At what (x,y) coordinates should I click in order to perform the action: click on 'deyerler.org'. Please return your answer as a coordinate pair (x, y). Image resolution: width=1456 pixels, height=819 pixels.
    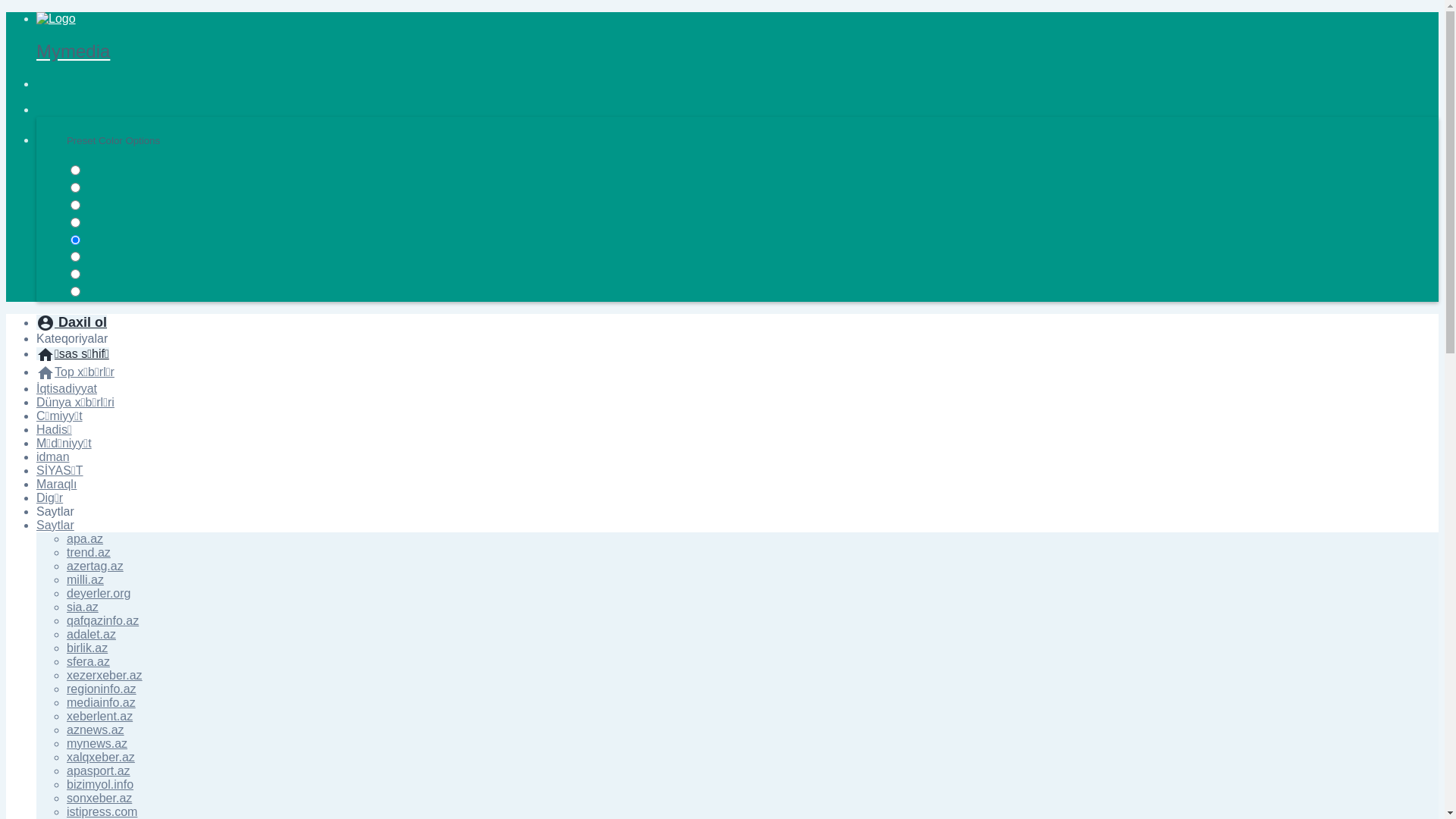
    Looking at the image, I should click on (98, 592).